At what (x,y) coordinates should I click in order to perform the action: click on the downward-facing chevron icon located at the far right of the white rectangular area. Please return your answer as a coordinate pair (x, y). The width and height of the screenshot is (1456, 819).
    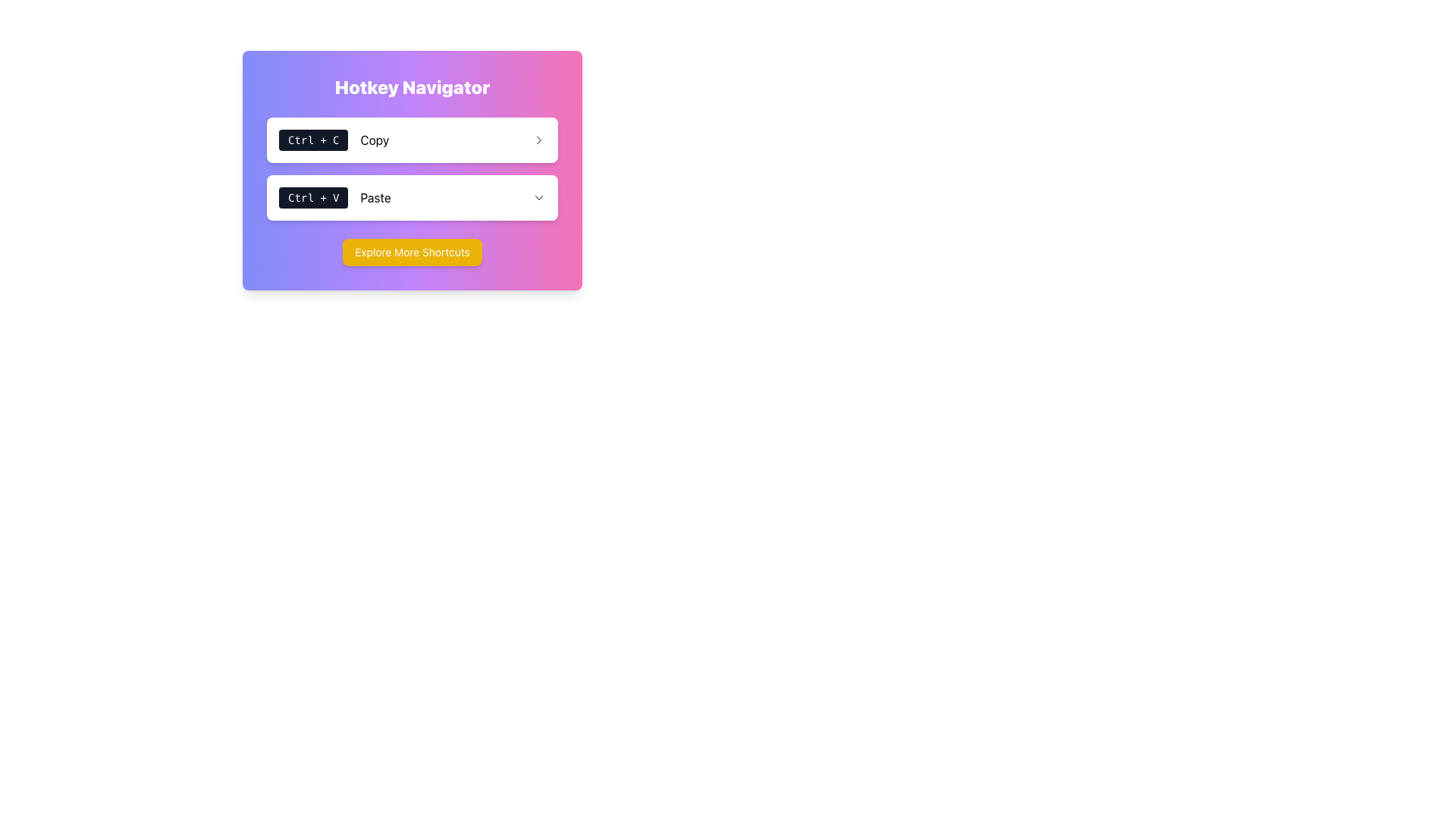
    Looking at the image, I should click on (538, 197).